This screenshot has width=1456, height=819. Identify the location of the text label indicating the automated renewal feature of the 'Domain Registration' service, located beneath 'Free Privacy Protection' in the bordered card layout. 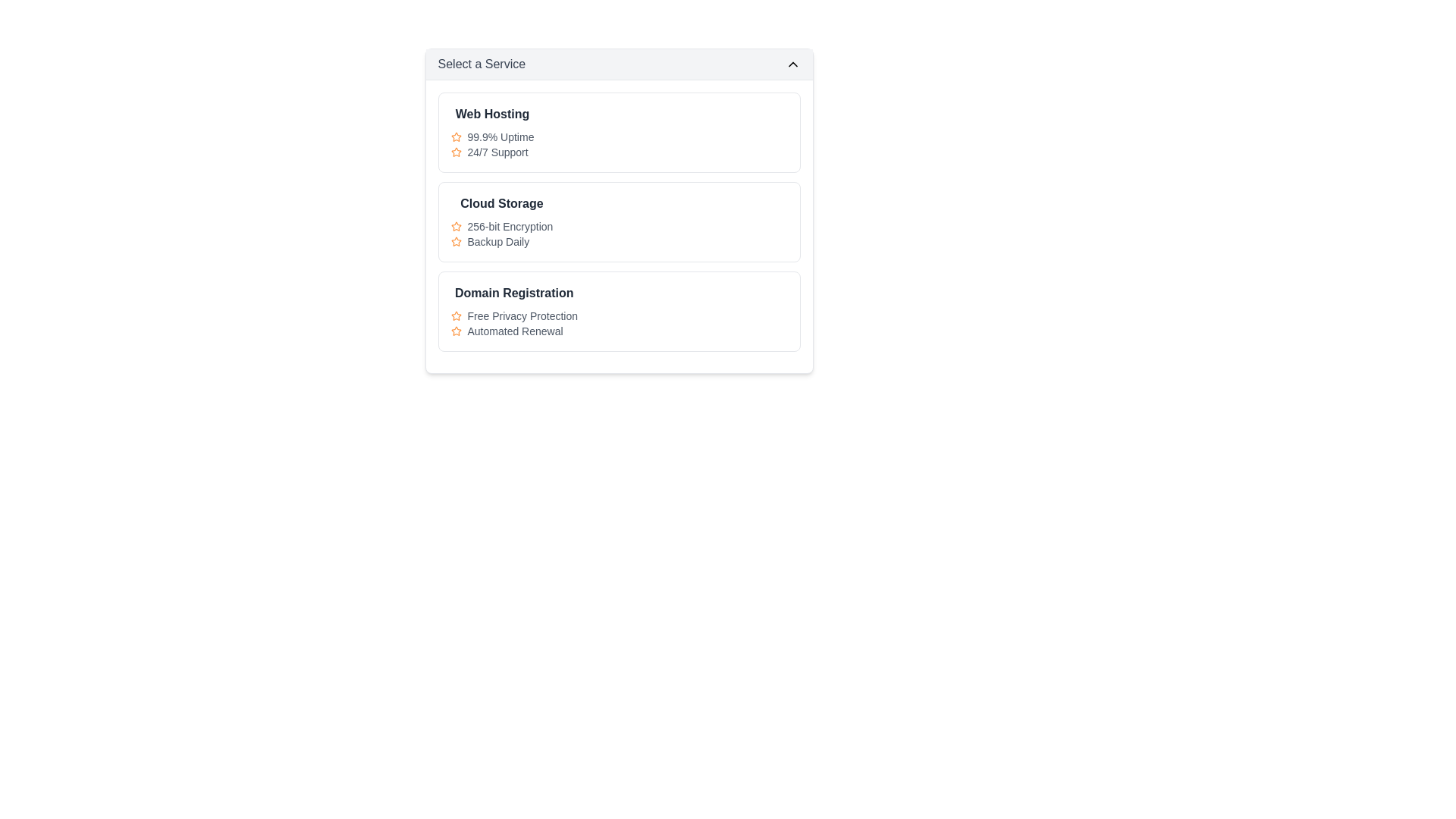
(514, 330).